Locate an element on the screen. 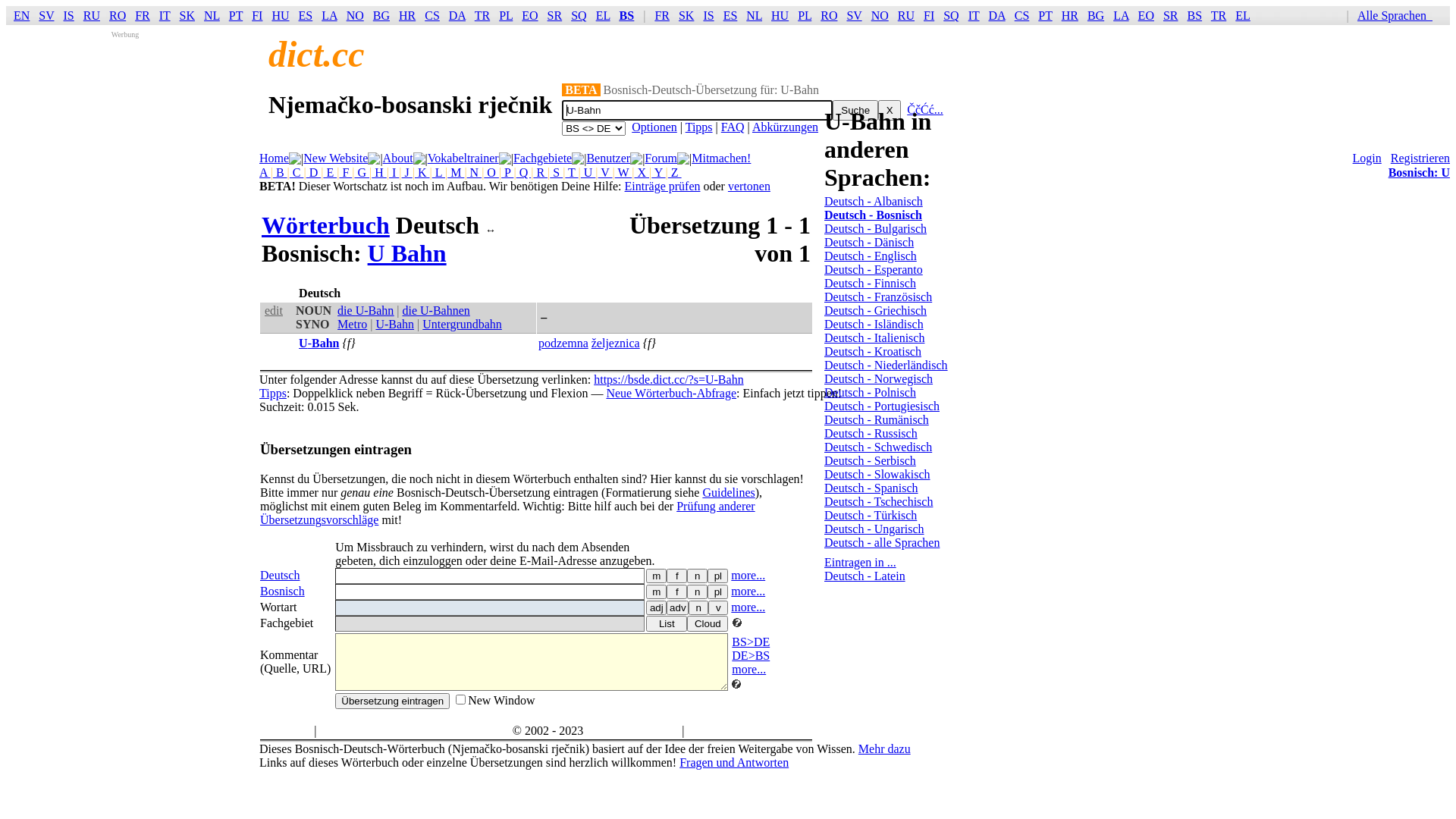  'Deutsch - Englisch' is located at coordinates (870, 255).